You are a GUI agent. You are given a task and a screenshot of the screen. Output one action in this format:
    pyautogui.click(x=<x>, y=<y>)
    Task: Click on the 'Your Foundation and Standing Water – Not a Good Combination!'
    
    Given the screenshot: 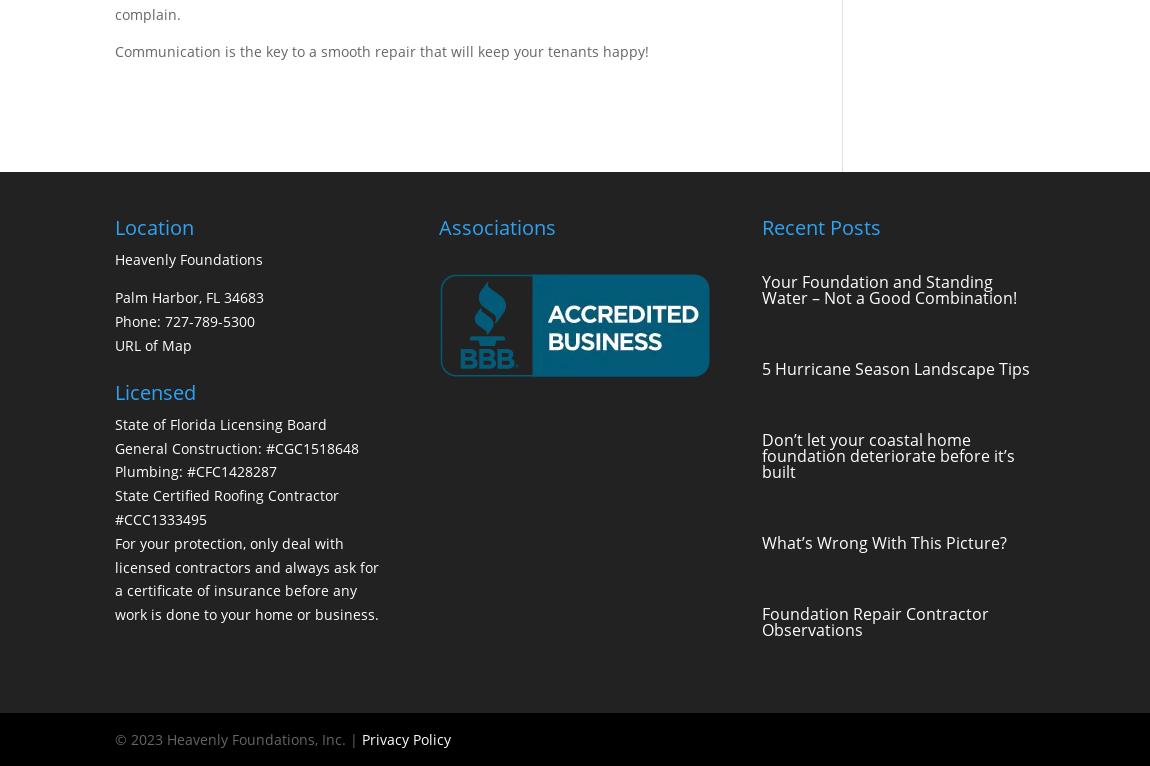 What is the action you would take?
    pyautogui.click(x=889, y=289)
    